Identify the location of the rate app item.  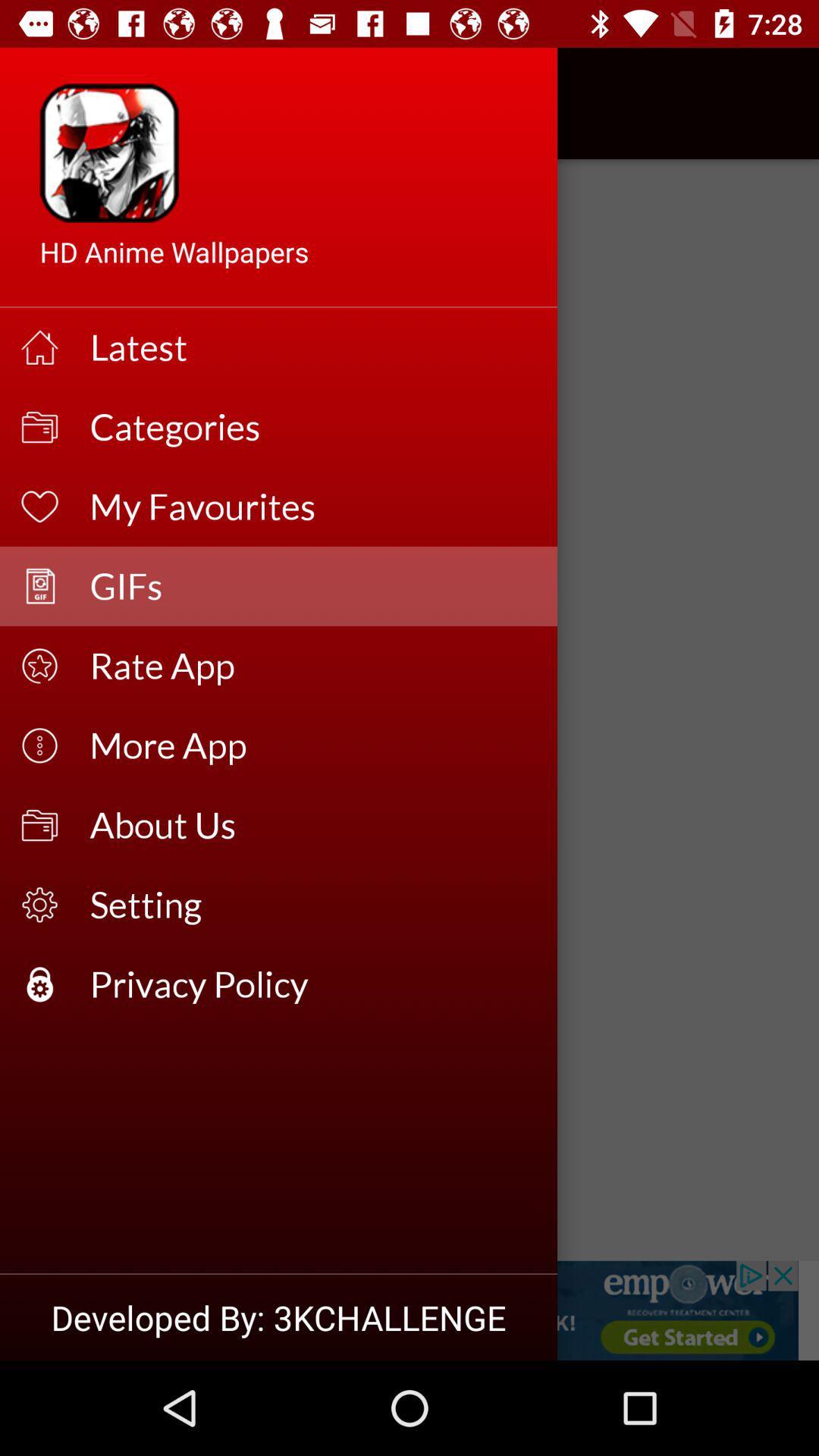
(312, 666).